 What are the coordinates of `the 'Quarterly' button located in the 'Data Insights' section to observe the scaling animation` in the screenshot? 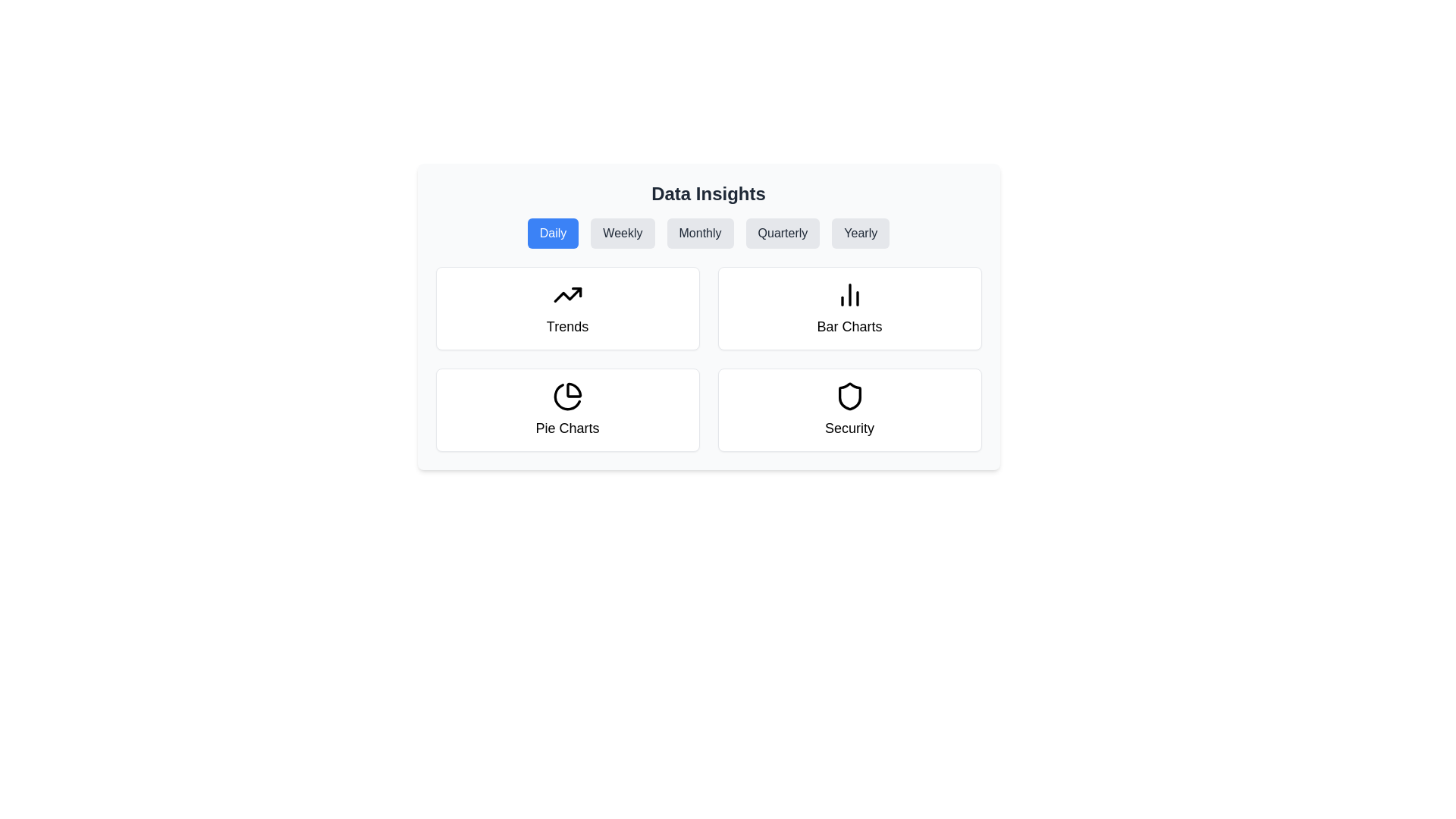 It's located at (783, 234).